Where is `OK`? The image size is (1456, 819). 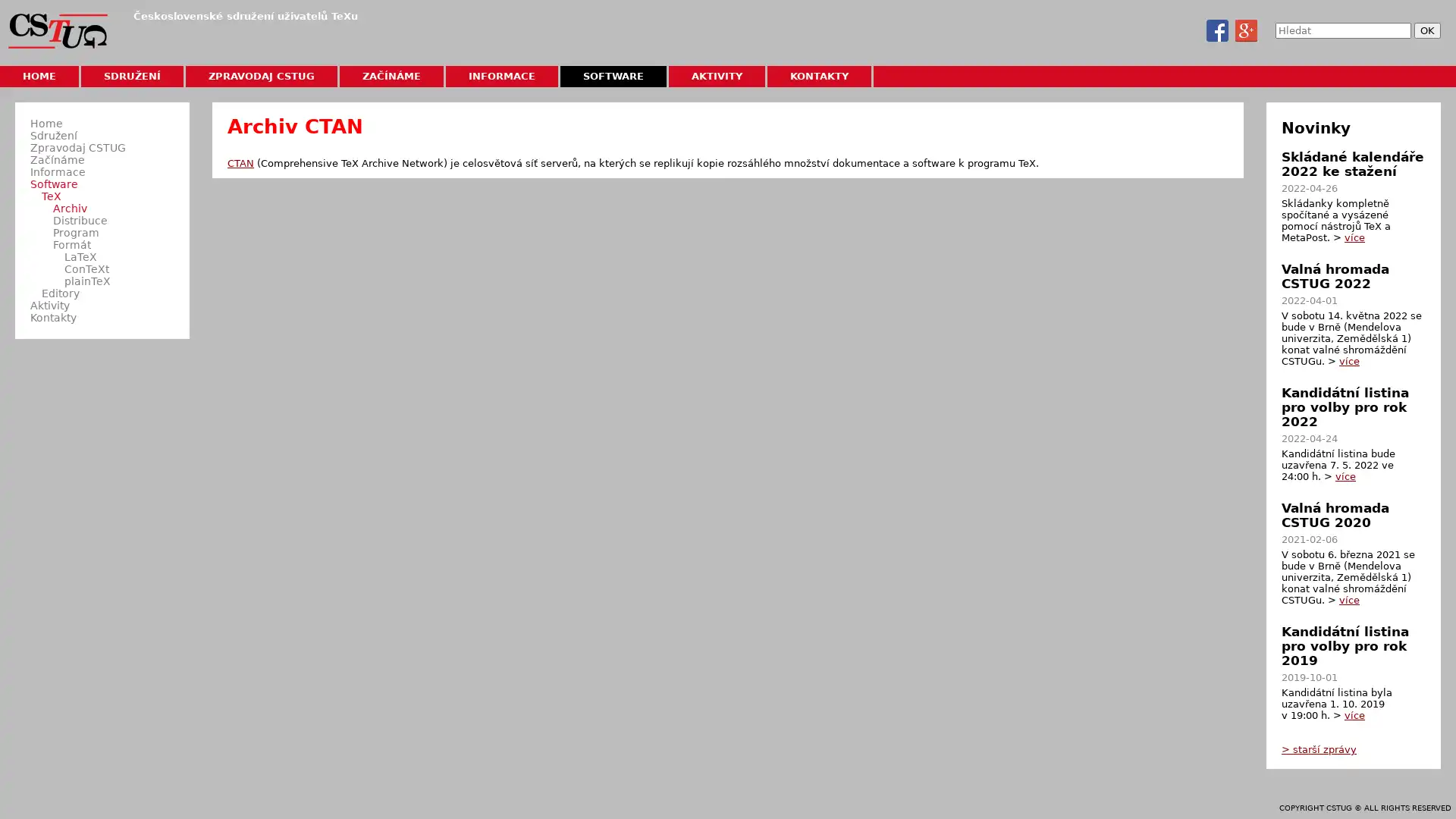
OK is located at coordinates (1426, 30).